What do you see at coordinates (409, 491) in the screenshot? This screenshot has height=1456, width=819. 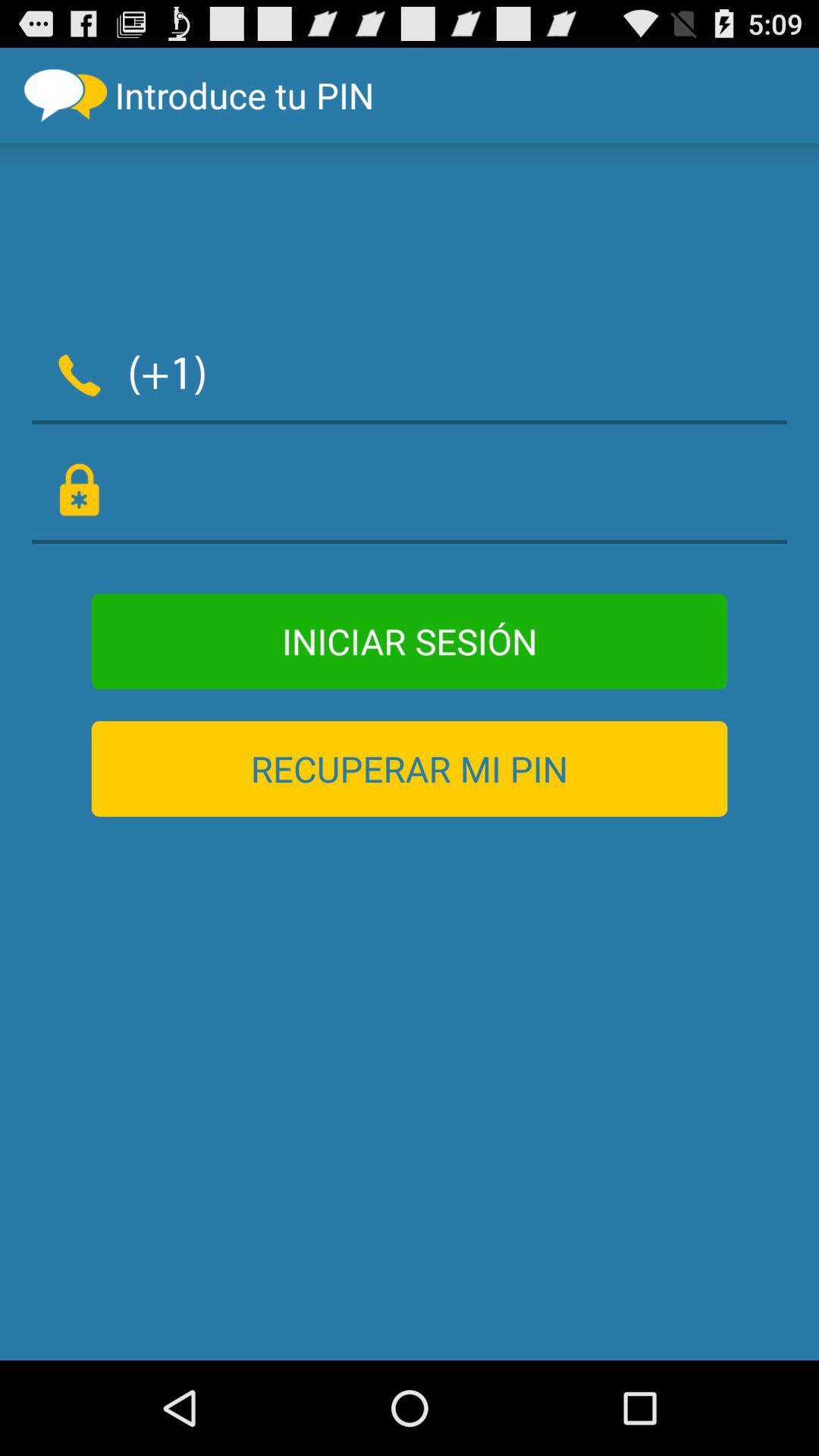 I see `secure password` at bounding box center [409, 491].